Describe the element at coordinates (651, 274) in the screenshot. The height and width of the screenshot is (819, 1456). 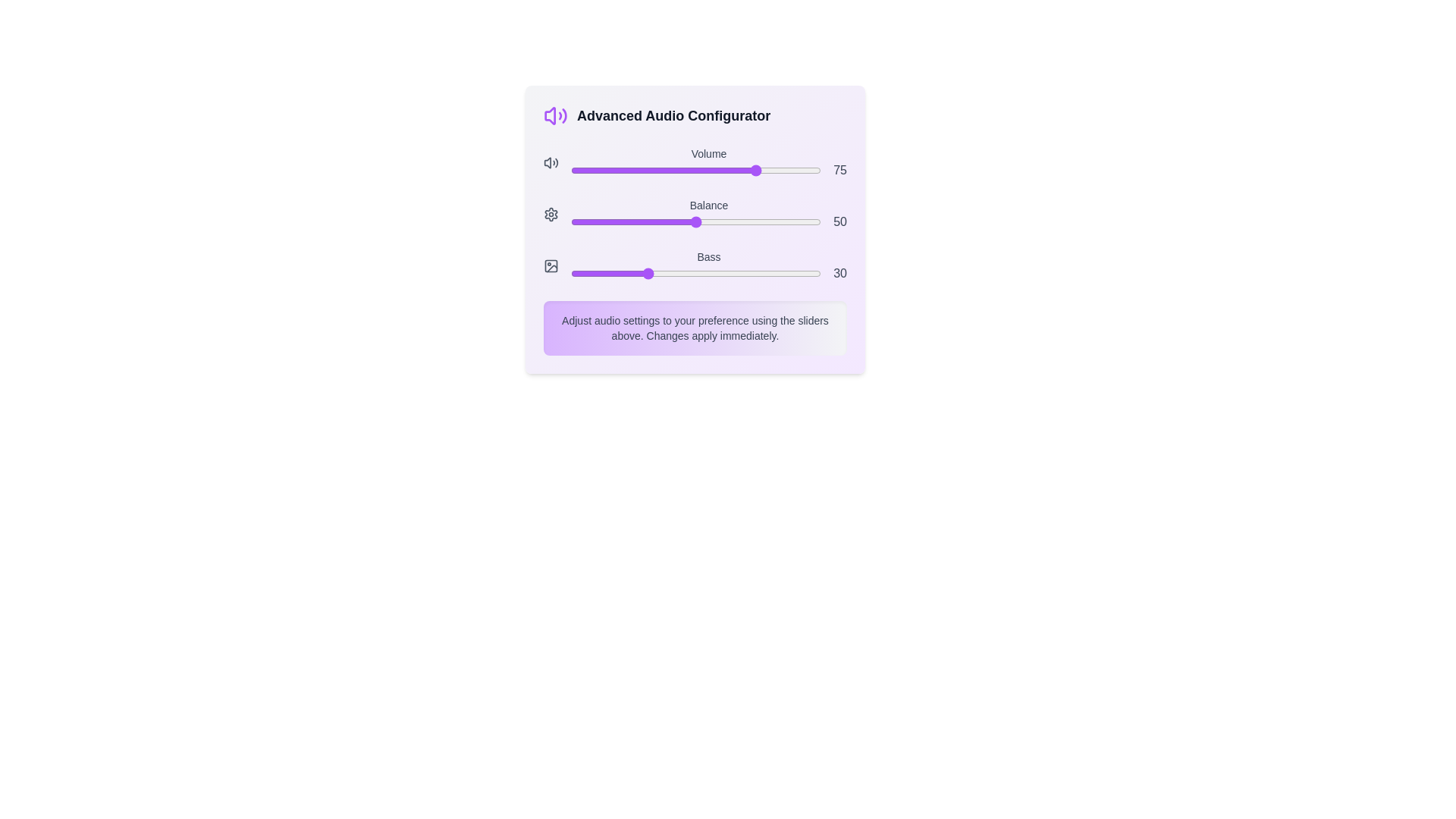
I see `the Bass slider to 32` at that location.